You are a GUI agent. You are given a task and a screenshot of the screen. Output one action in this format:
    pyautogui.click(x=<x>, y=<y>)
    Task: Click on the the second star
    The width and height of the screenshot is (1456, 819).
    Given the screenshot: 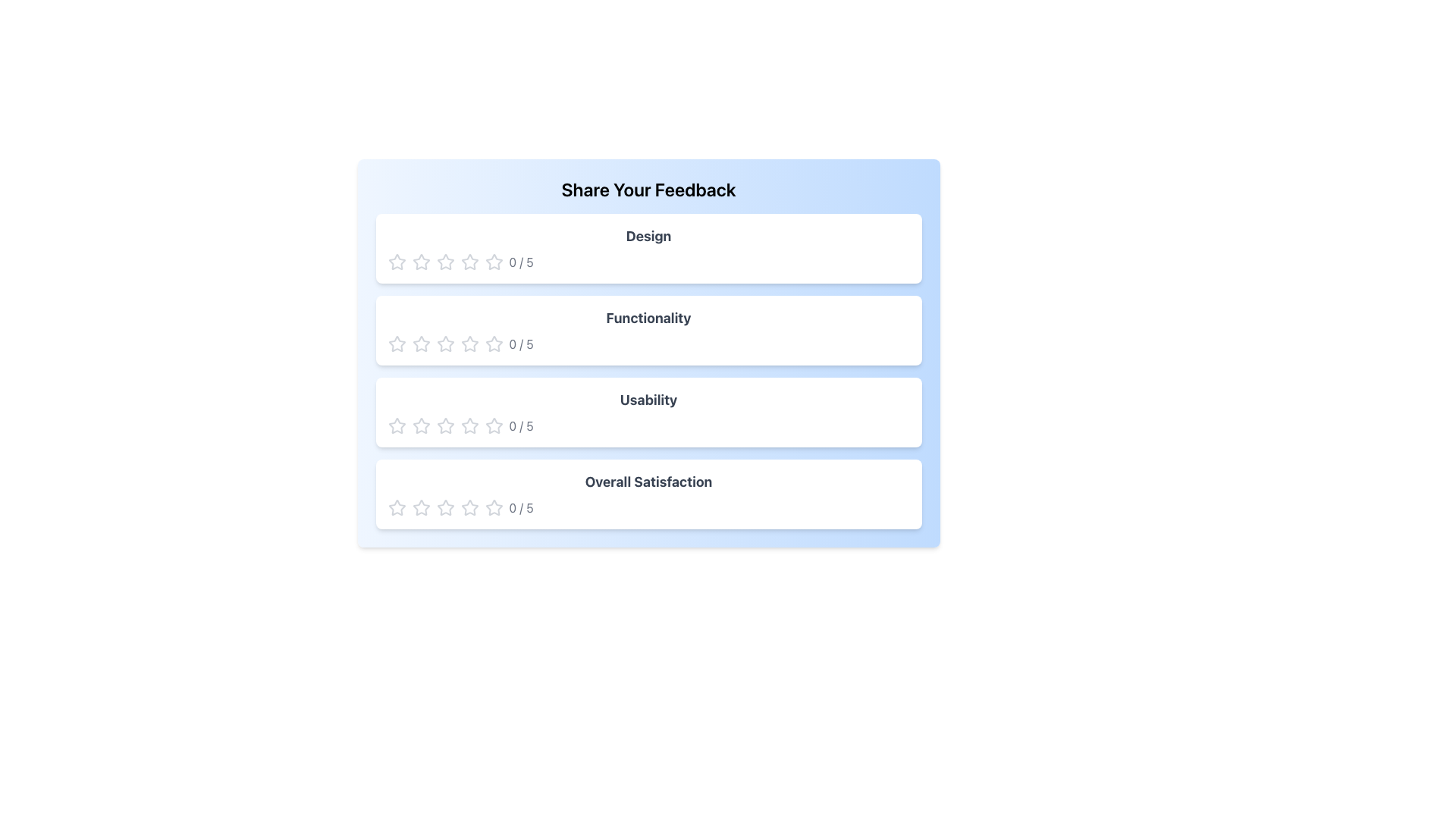 What is the action you would take?
    pyautogui.click(x=421, y=426)
    